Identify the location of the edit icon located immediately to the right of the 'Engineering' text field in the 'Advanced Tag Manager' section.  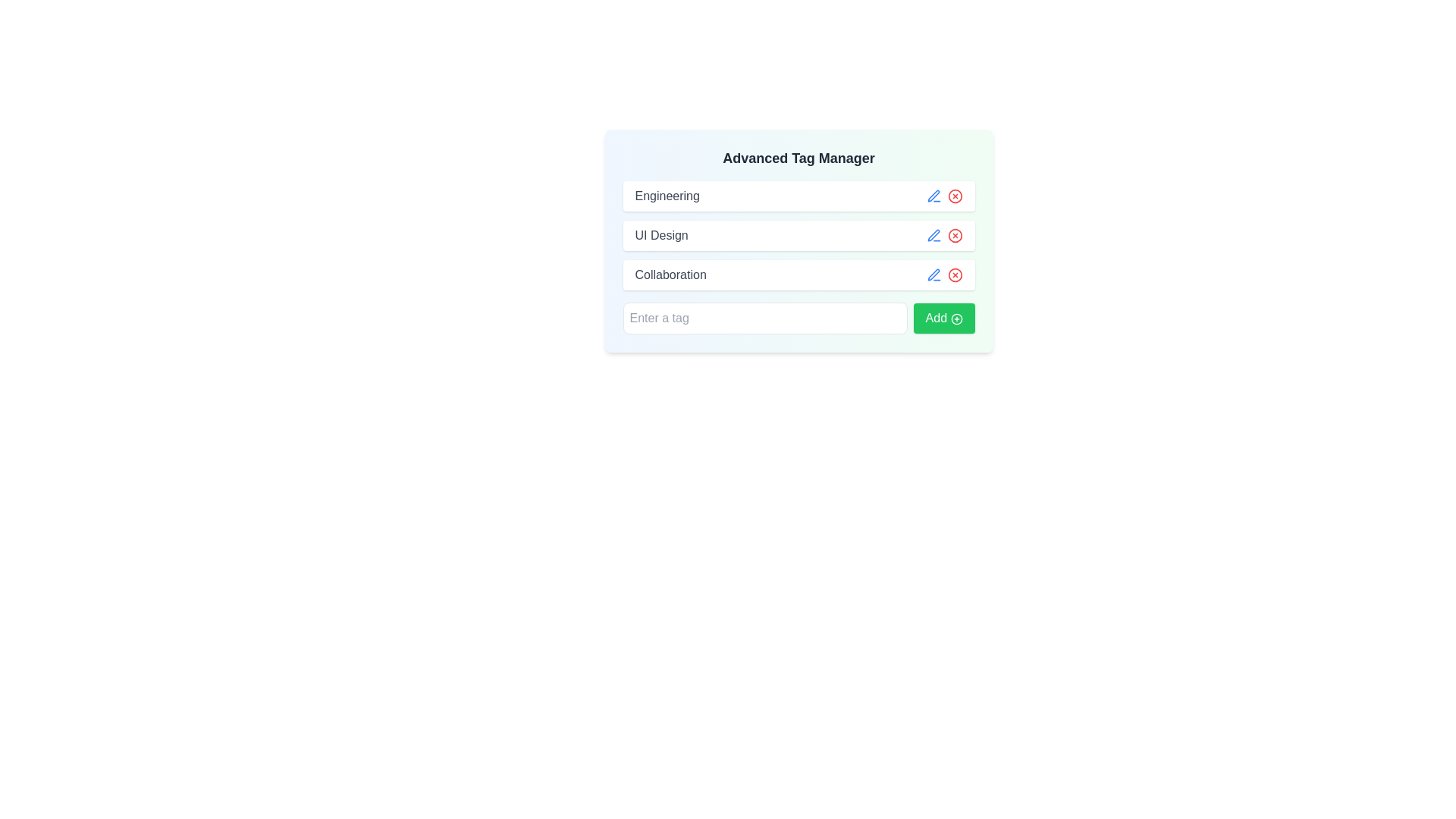
(933, 195).